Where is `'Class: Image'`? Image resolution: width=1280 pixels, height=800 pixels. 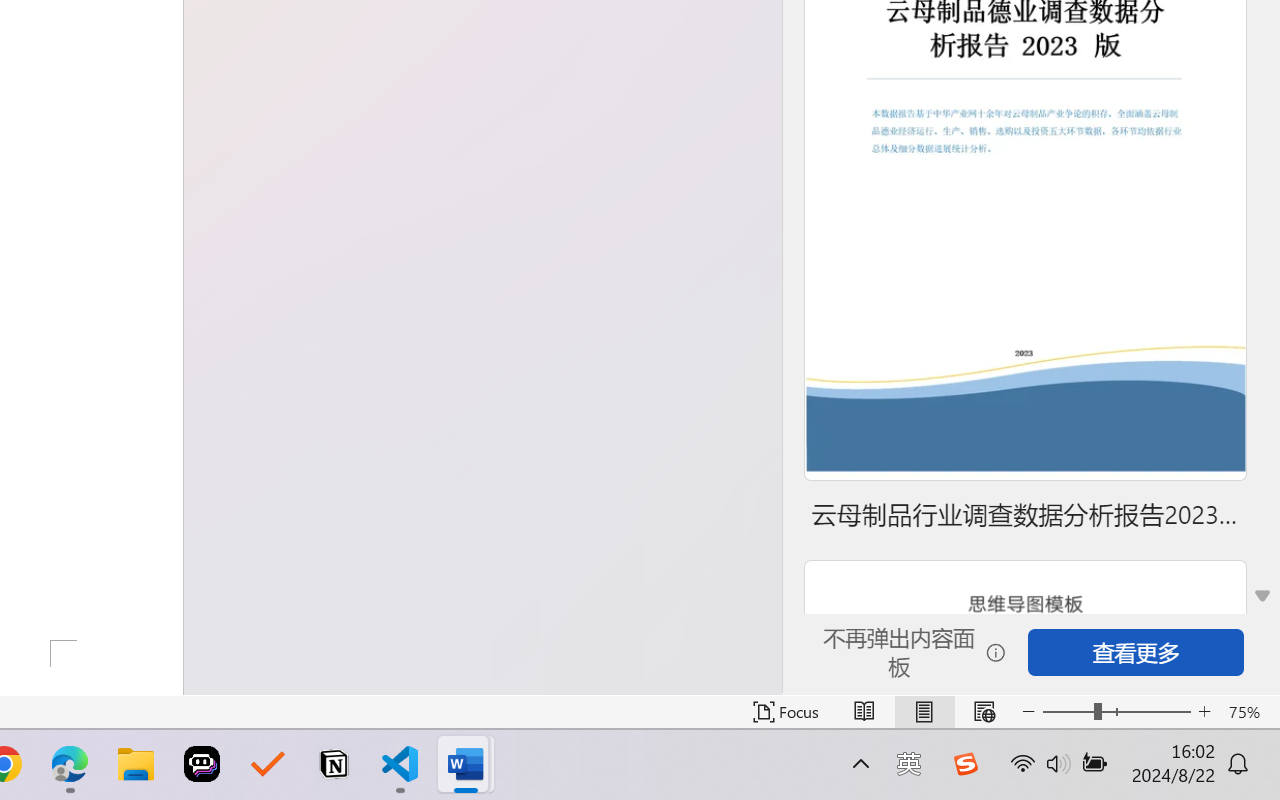
'Class: Image' is located at coordinates (965, 764).